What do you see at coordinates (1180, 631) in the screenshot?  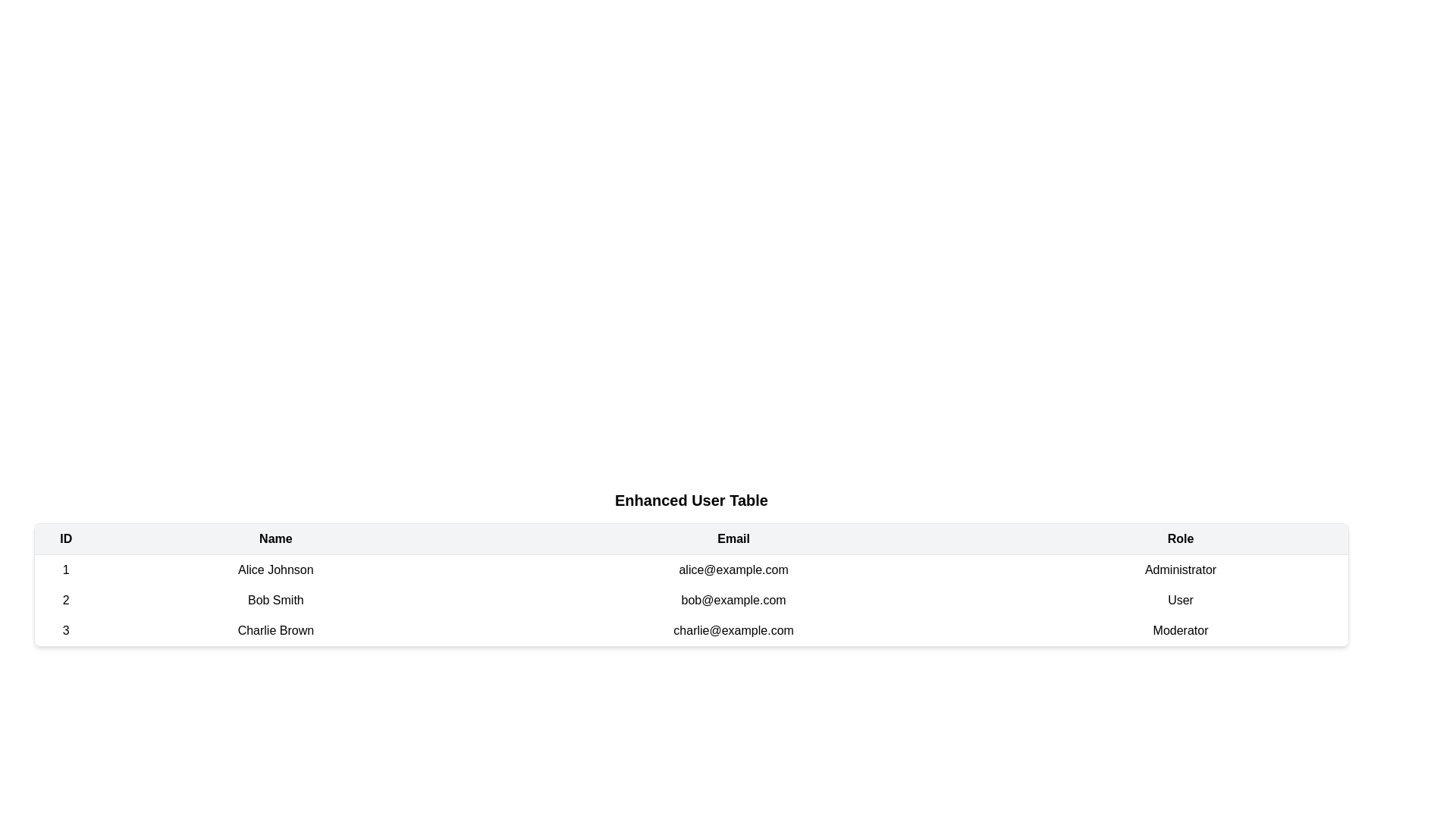 I see `the 'Moderator' label in the fourth position of the table, located in the third row under the 'Role' column, which indicates the designation of the user 'Charlie Brown'` at bounding box center [1180, 631].